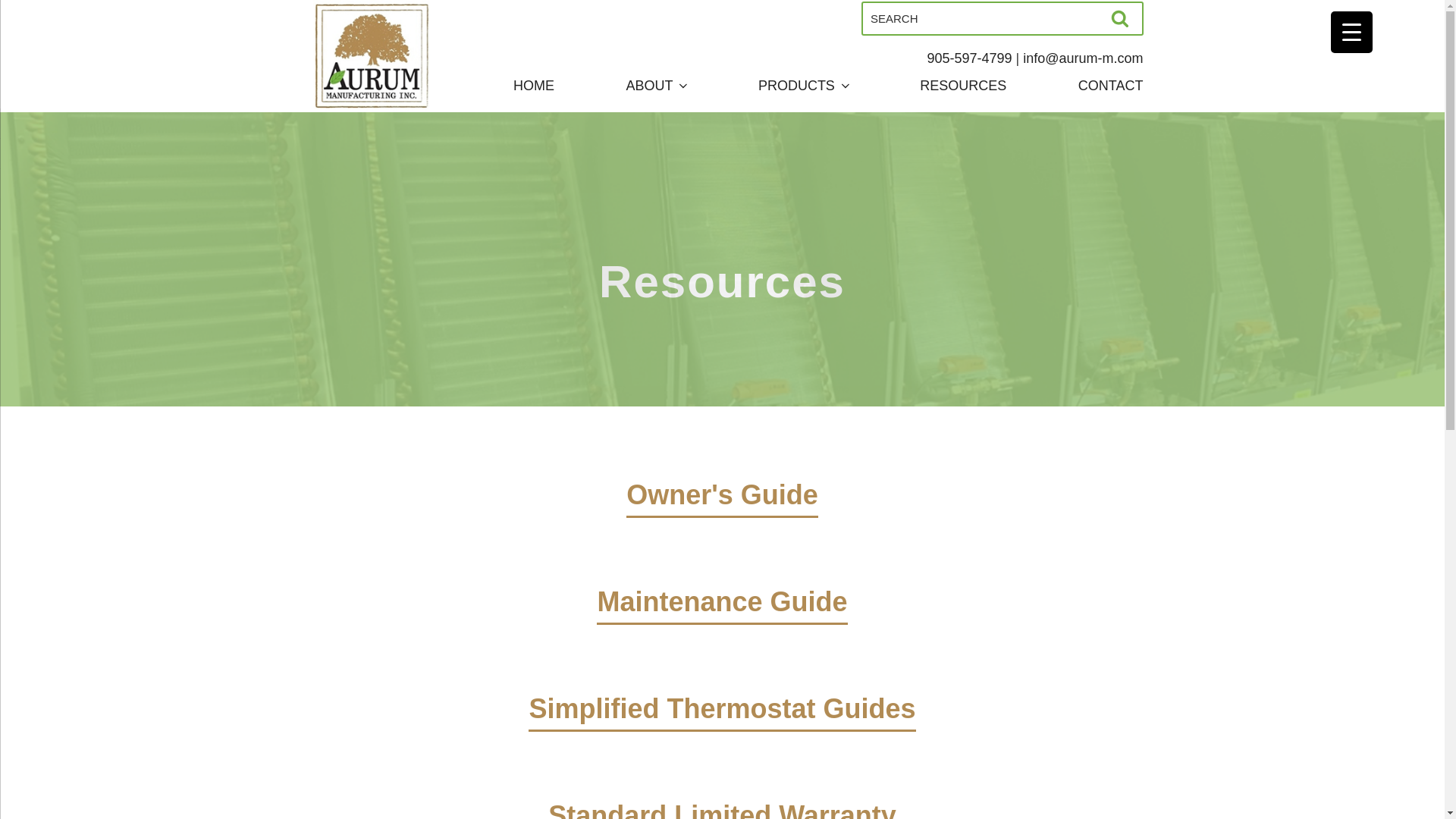 The image size is (1456, 819). Describe the element at coordinates (534, 86) in the screenshot. I see `'HOME'` at that location.